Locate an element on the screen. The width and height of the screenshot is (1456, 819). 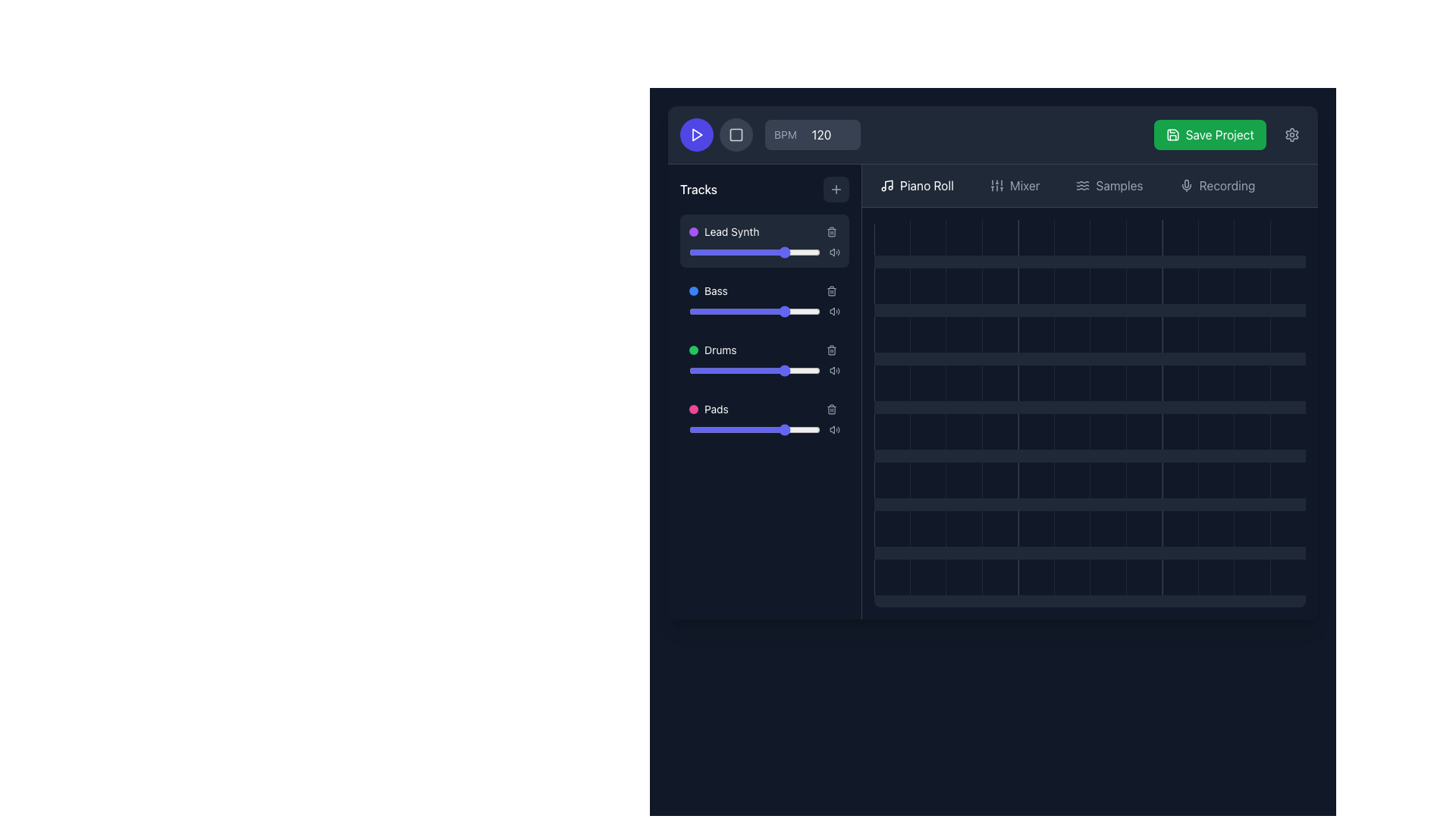
the delete icon button located in the 'Bass' section of the track controls is located at coordinates (831, 291).